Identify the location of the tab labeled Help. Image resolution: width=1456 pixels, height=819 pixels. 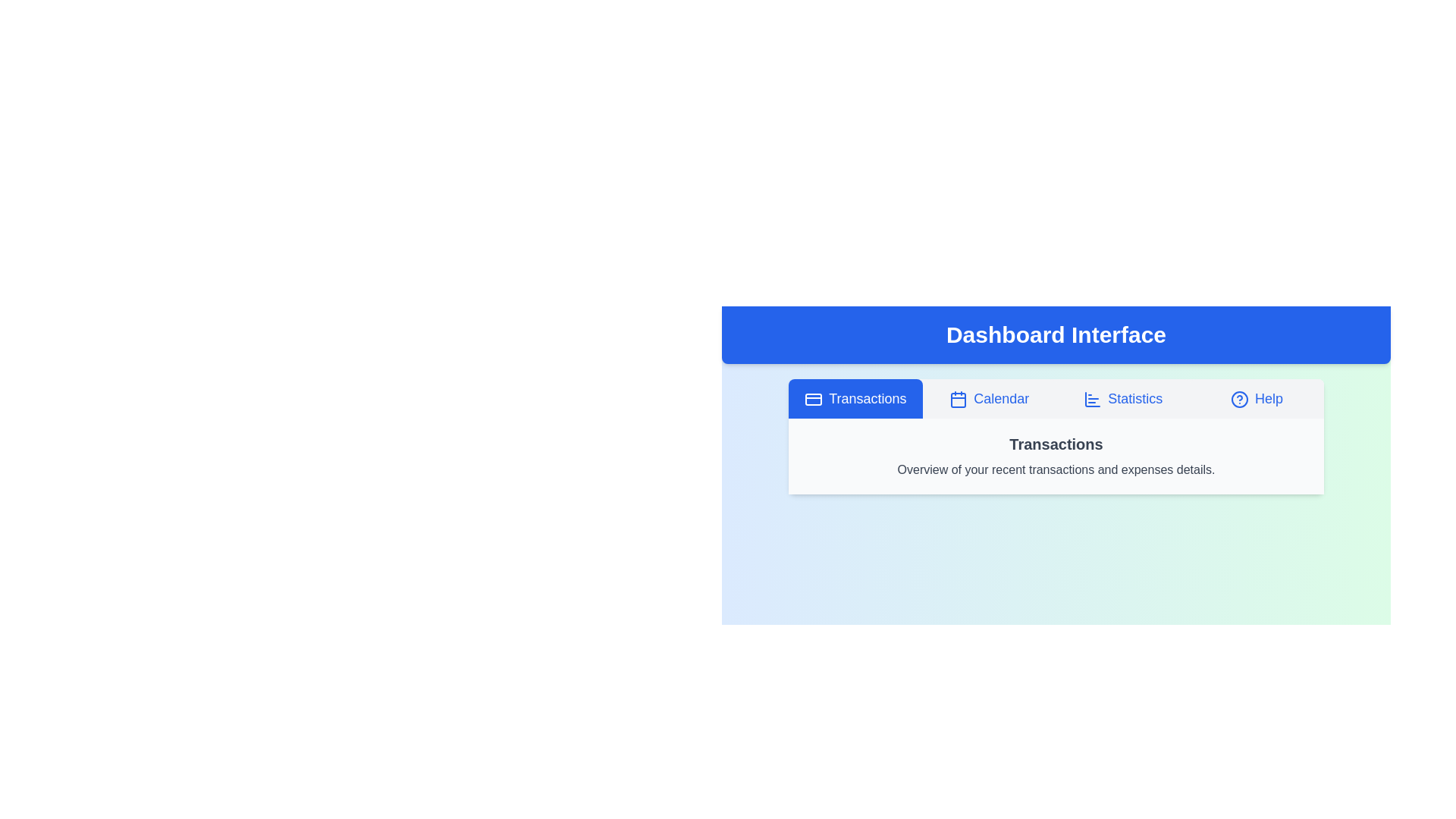
(1257, 397).